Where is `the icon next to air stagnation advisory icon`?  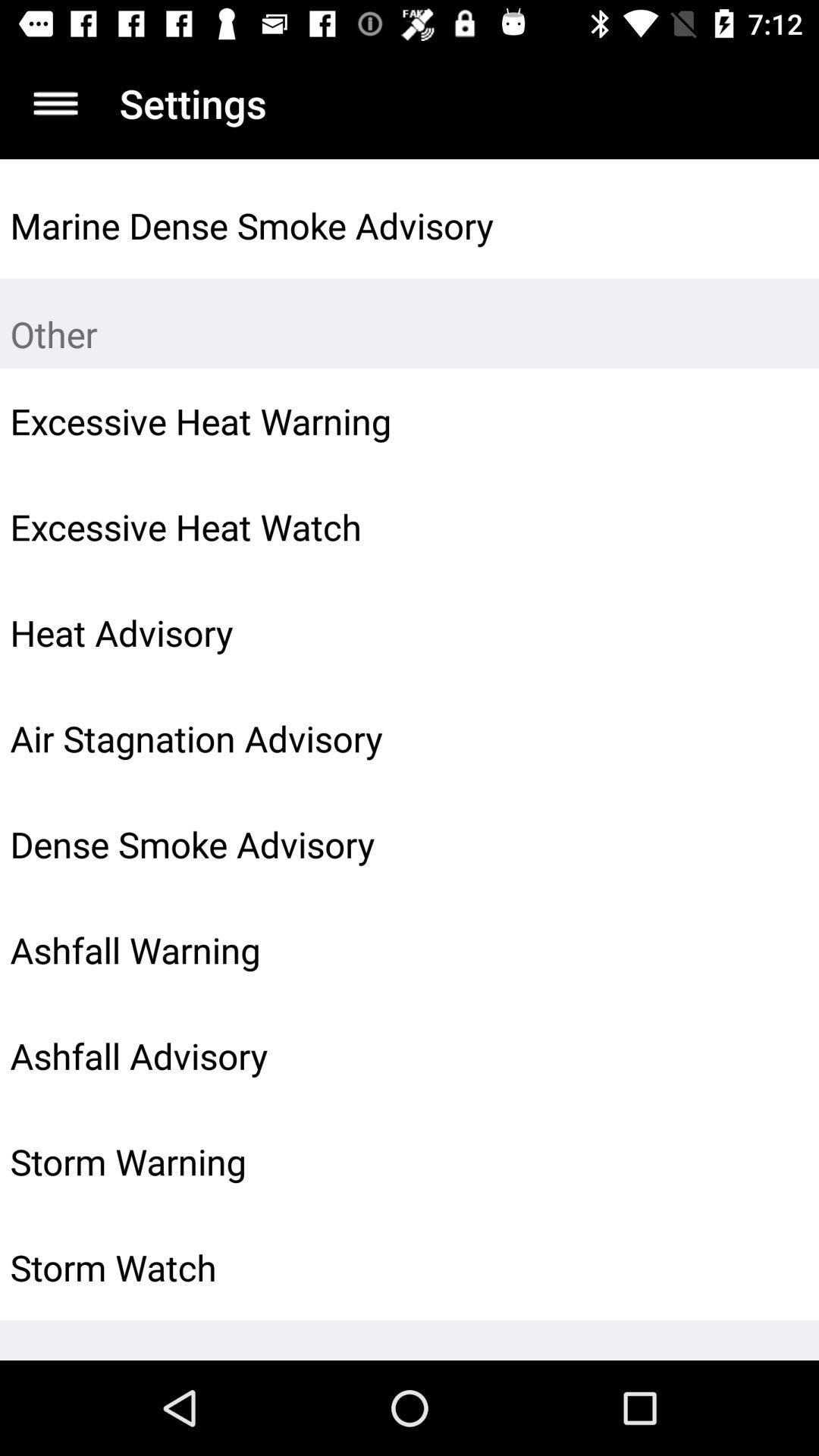
the icon next to air stagnation advisory icon is located at coordinates (771, 739).